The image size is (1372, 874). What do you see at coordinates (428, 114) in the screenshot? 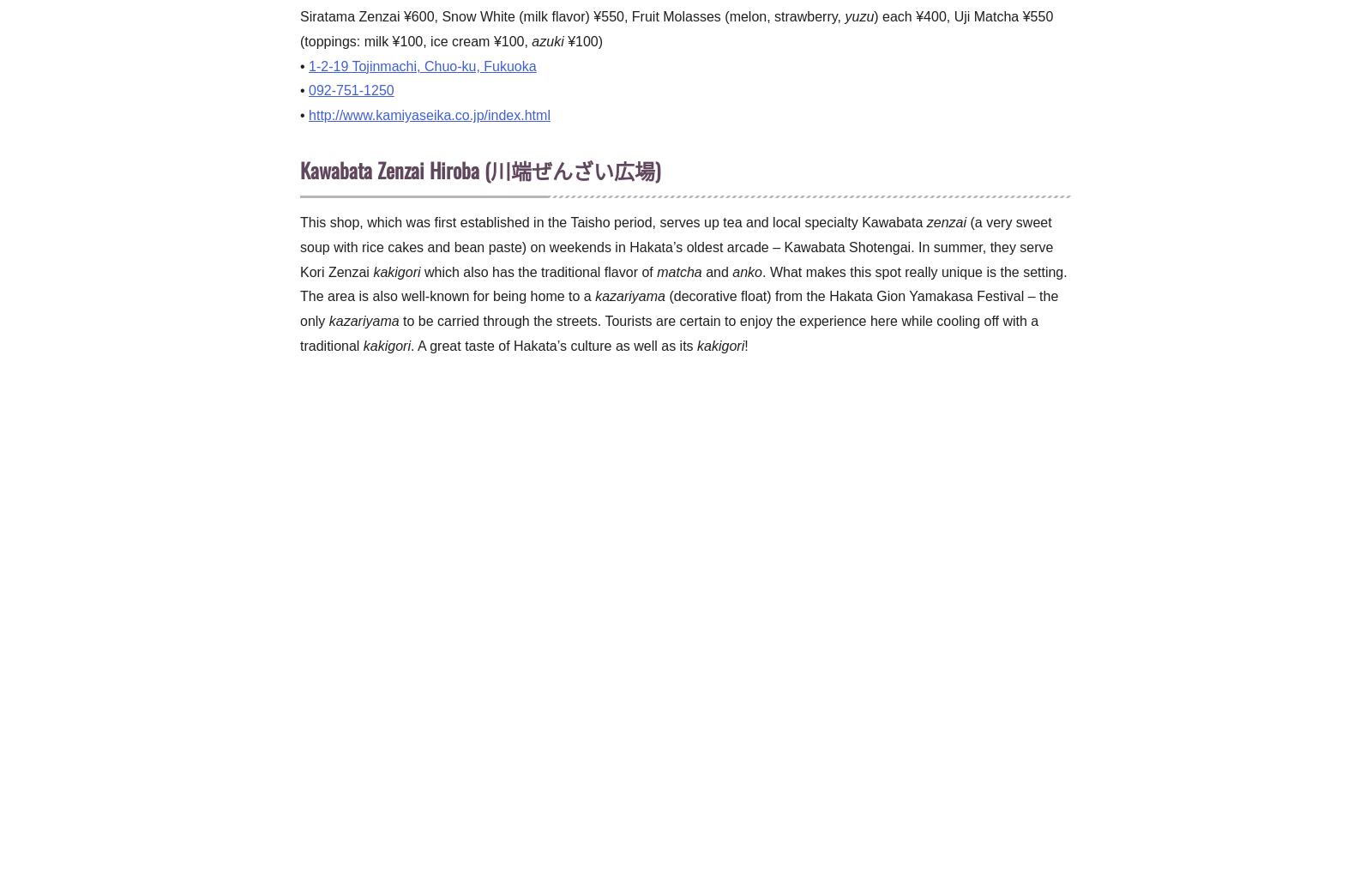
I see `'http://www.kamiyaseika.co.jp/index.html'` at bounding box center [428, 114].